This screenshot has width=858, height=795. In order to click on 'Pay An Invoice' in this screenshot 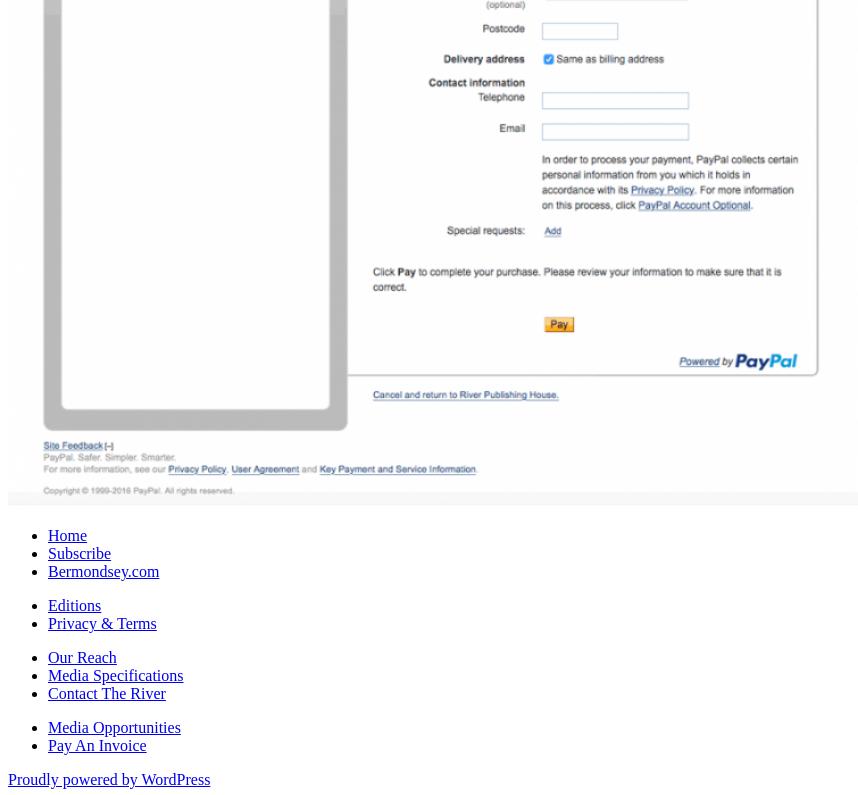, I will do `click(97, 743)`.